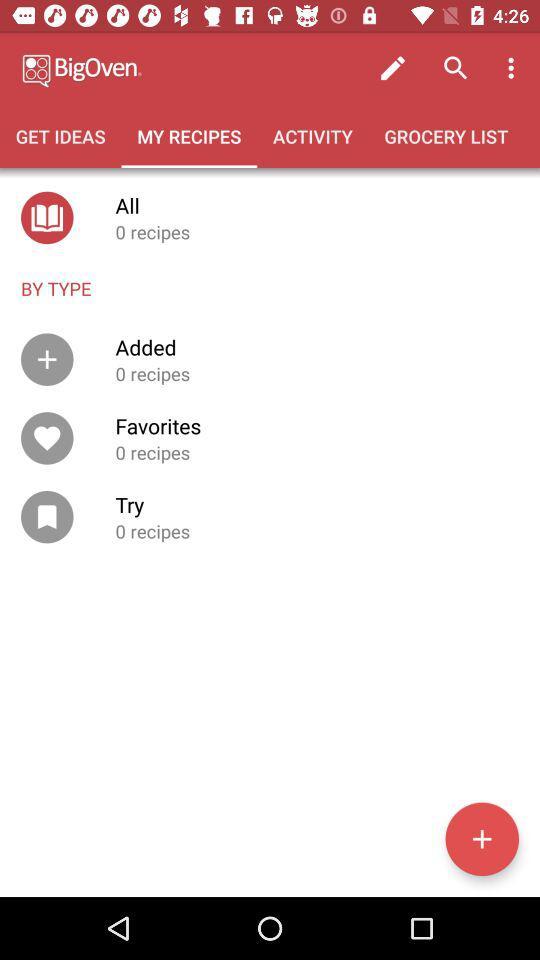  I want to click on icon left side to try option, so click(47, 515).